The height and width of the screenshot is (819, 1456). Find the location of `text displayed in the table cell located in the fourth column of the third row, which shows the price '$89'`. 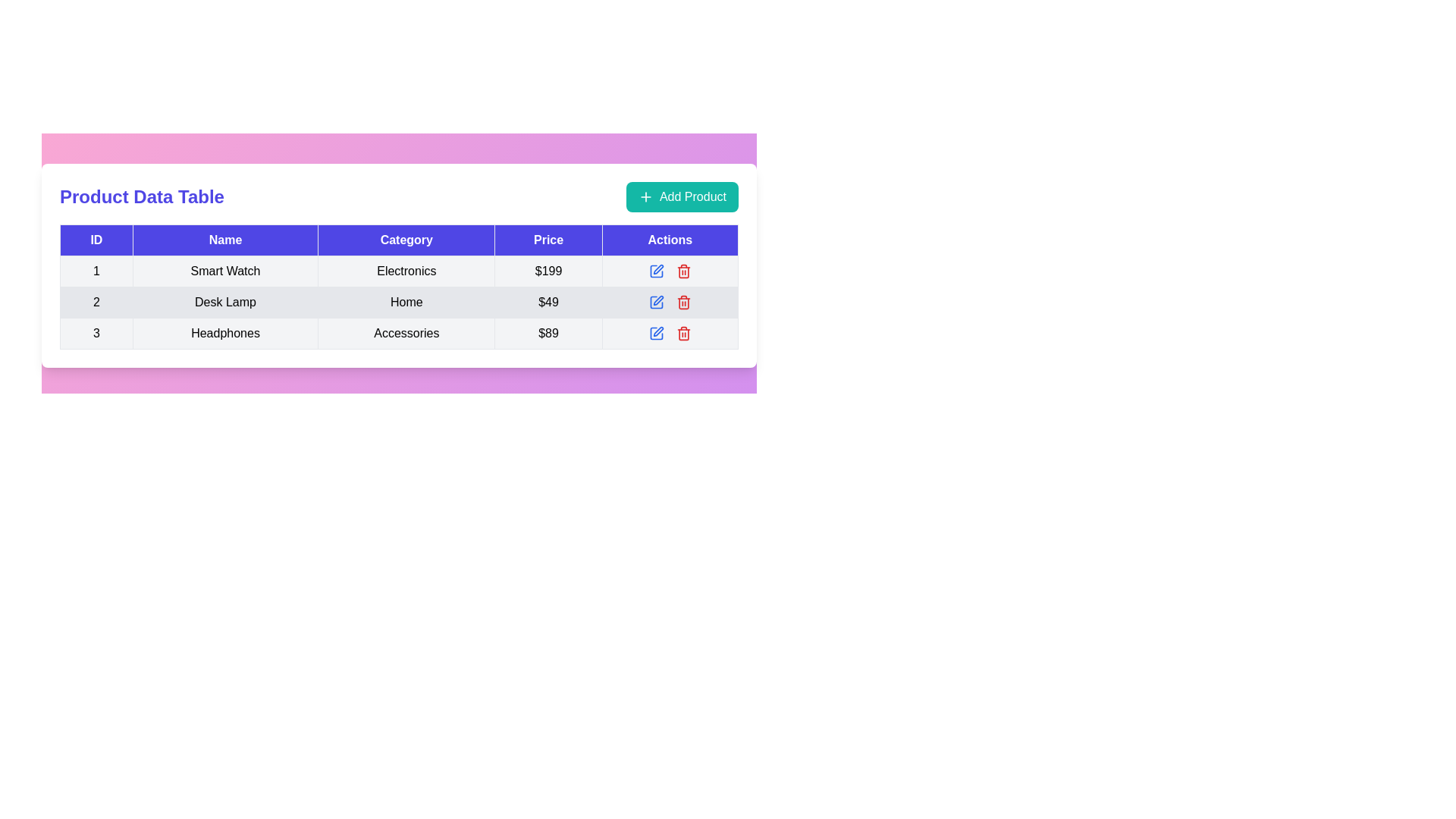

text displayed in the table cell located in the fourth column of the third row, which shows the price '$89' is located at coordinates (548, 332).